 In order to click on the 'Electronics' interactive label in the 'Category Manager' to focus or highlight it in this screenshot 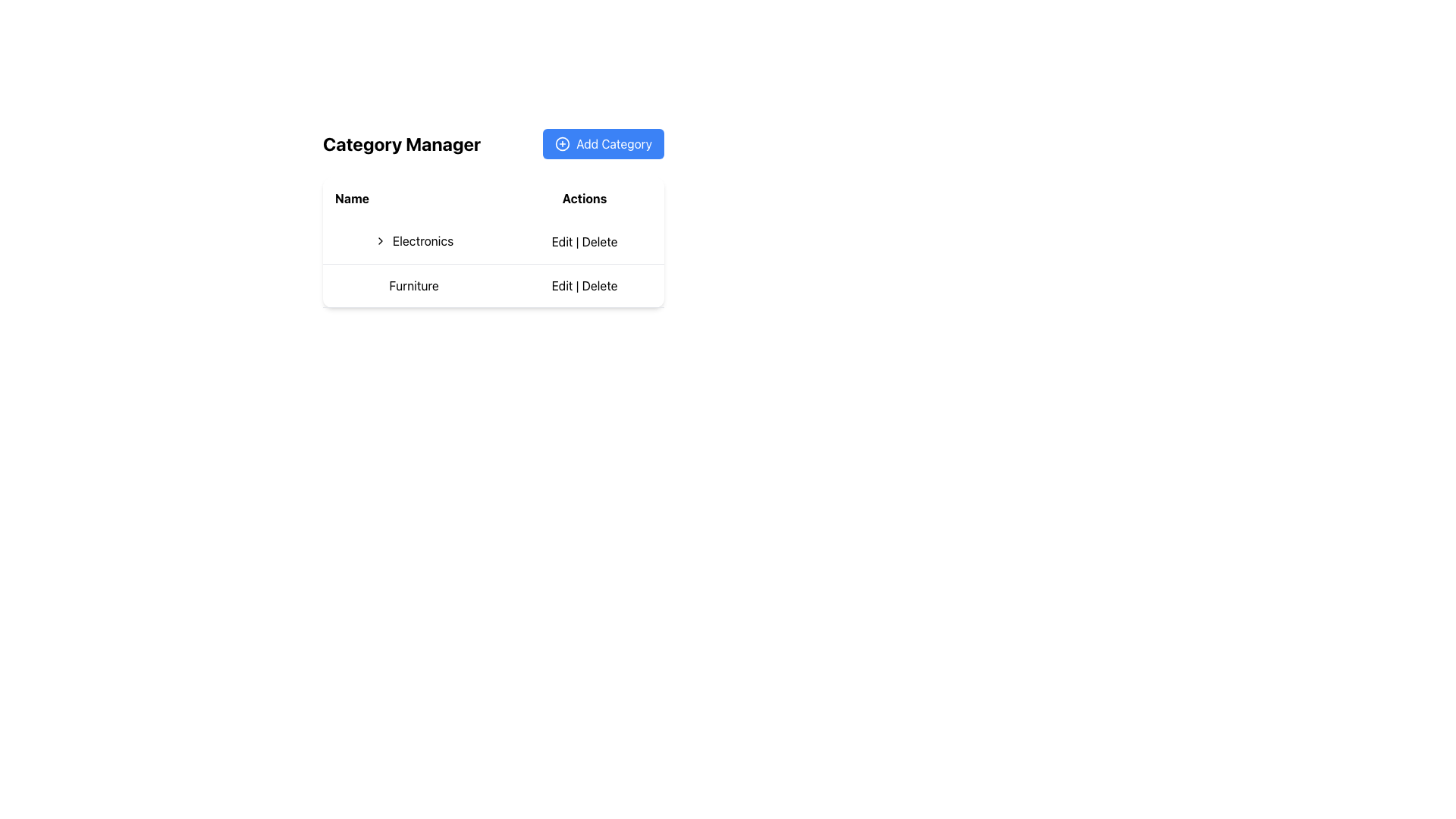, I will do `click(414, 240)`.